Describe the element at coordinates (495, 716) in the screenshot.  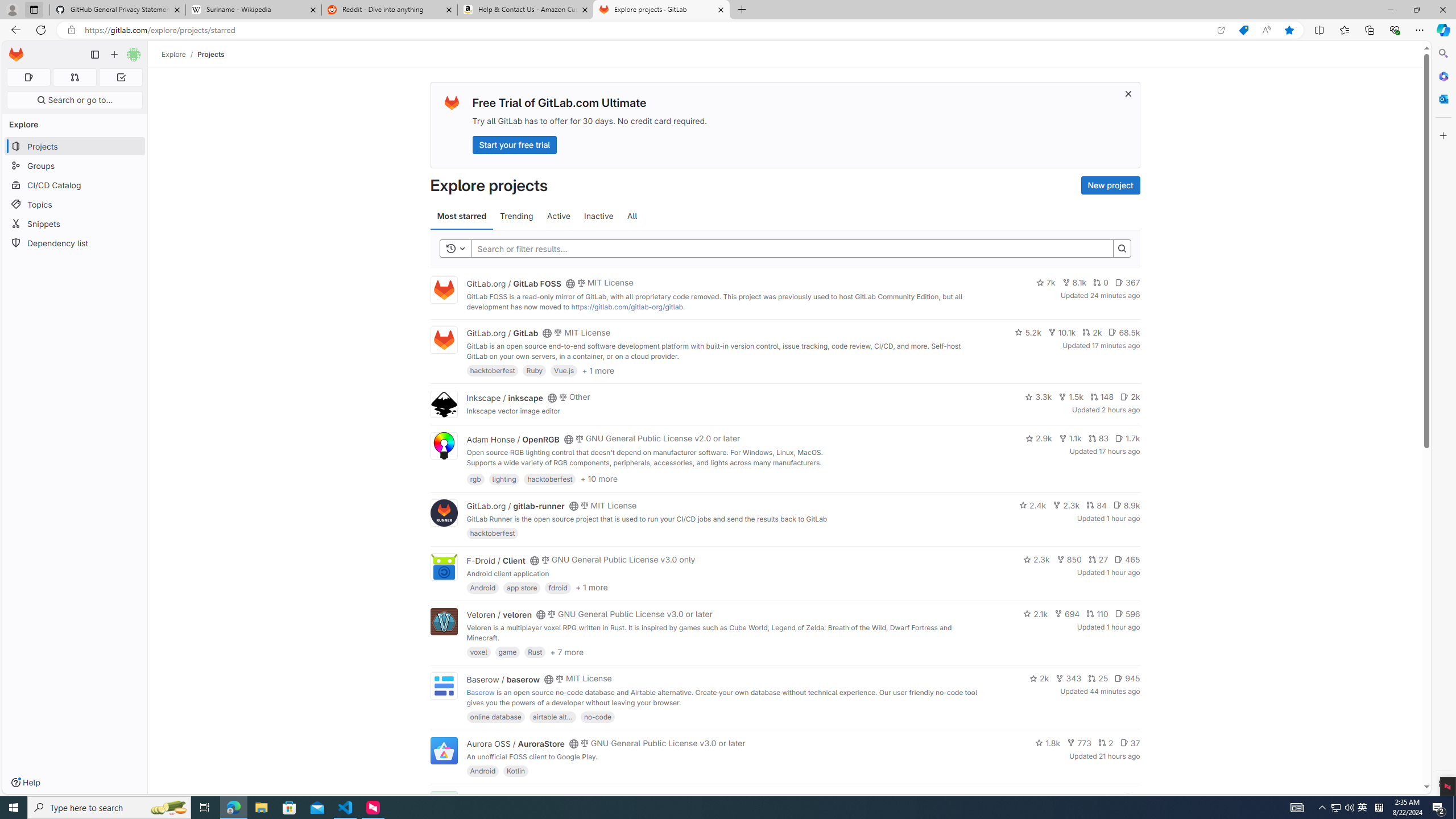
I see `'online database'` at that location.